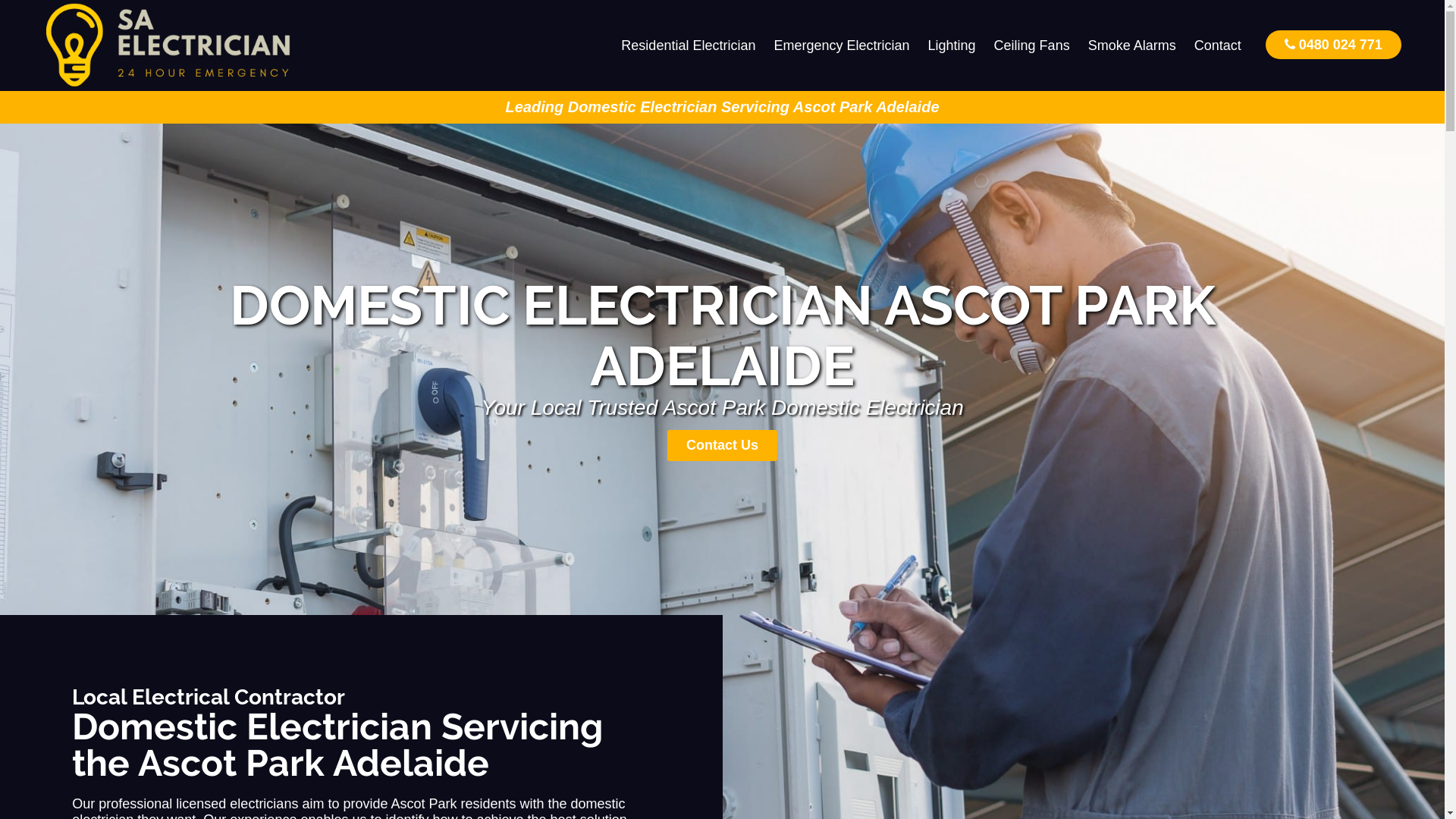 The image size is (1456, 819). I want to click on 'Smoke Alarms', so click(1131, 45).